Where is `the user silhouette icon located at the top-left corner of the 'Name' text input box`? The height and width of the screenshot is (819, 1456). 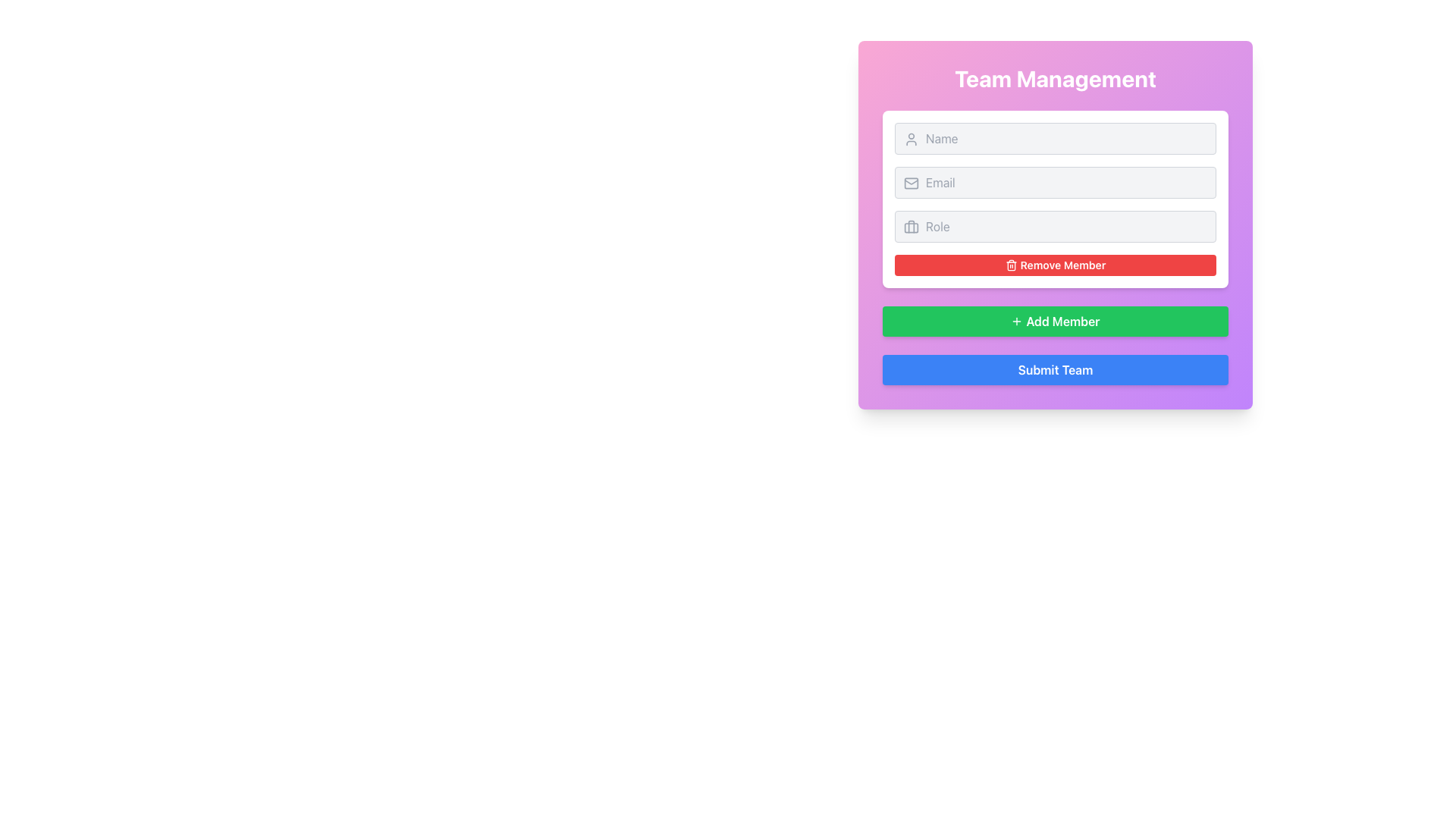 the user silhouette icon located at the top-left corner of the 'Name' text input box is located at coordinates (910, 140).